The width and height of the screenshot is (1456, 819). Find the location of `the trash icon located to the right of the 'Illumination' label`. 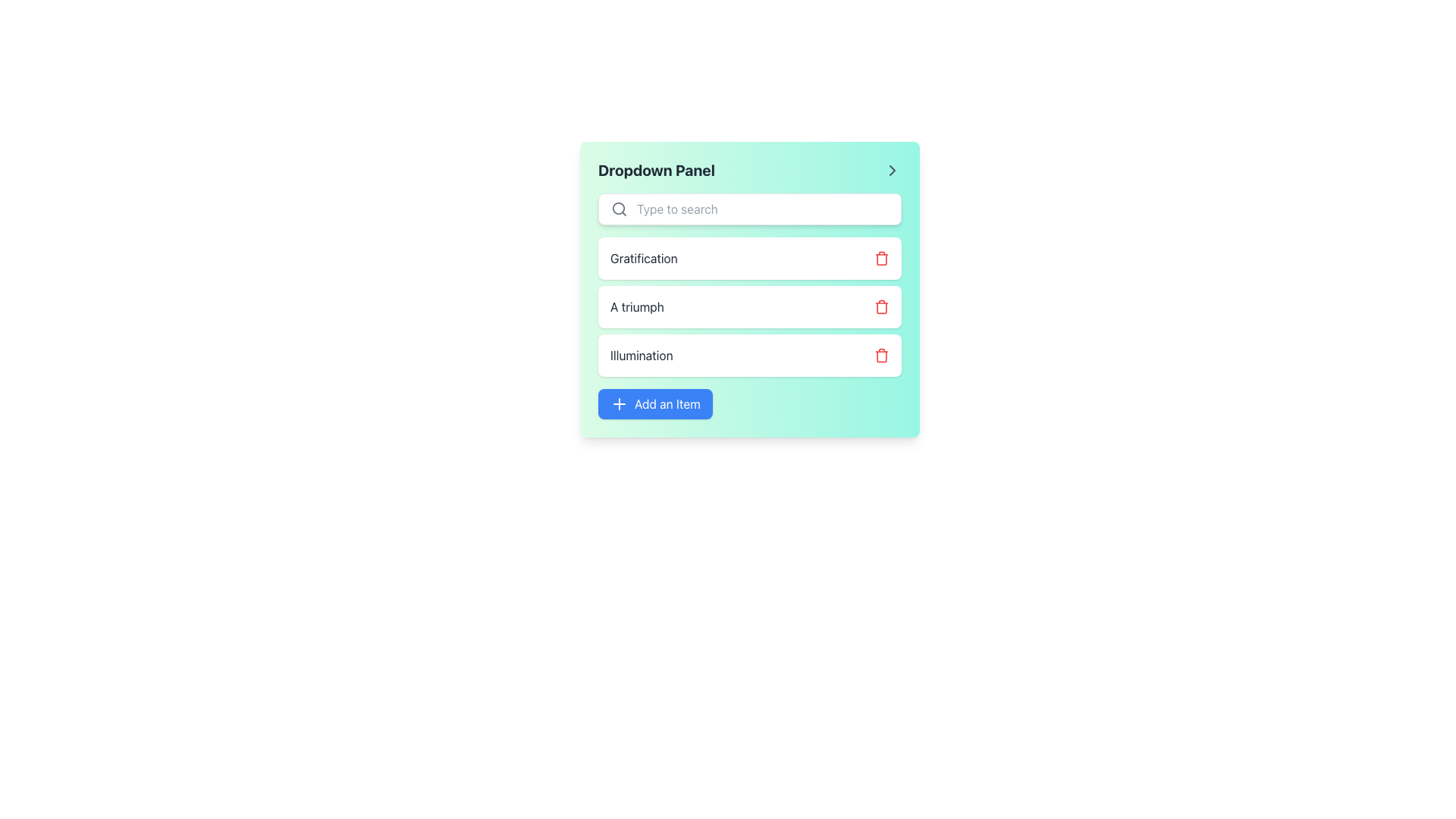

the trash icon located to the right of the 'Illumination' label is located at coordinates (881, 356).